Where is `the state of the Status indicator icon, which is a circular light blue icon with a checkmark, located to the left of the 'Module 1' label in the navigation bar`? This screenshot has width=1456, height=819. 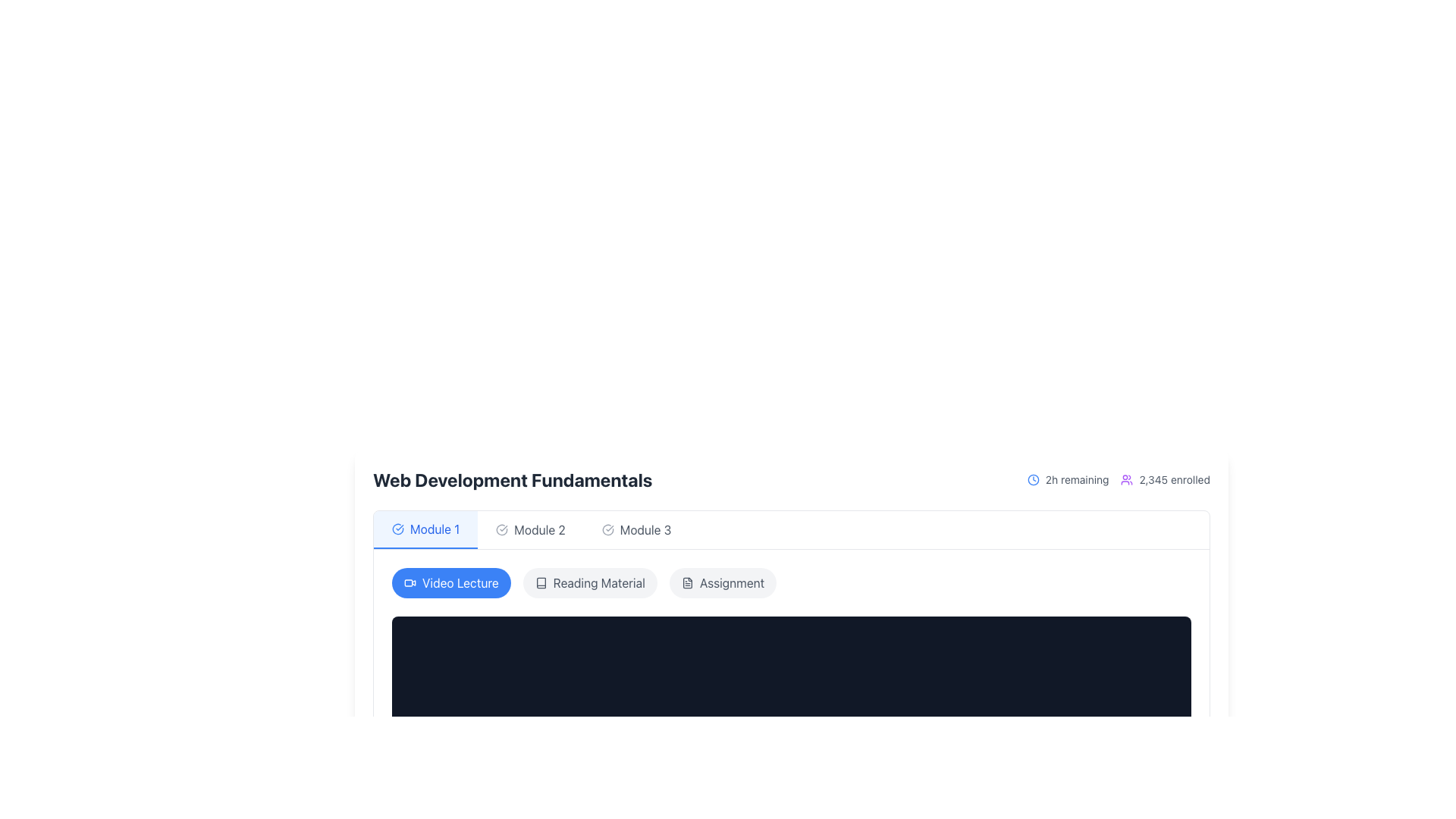
the state of the Status indicator icon, which is a circular light blue icon with a checkmark, located to the left of the 'Module 1' label in the navigation bar is located at coordinates (397, 529).